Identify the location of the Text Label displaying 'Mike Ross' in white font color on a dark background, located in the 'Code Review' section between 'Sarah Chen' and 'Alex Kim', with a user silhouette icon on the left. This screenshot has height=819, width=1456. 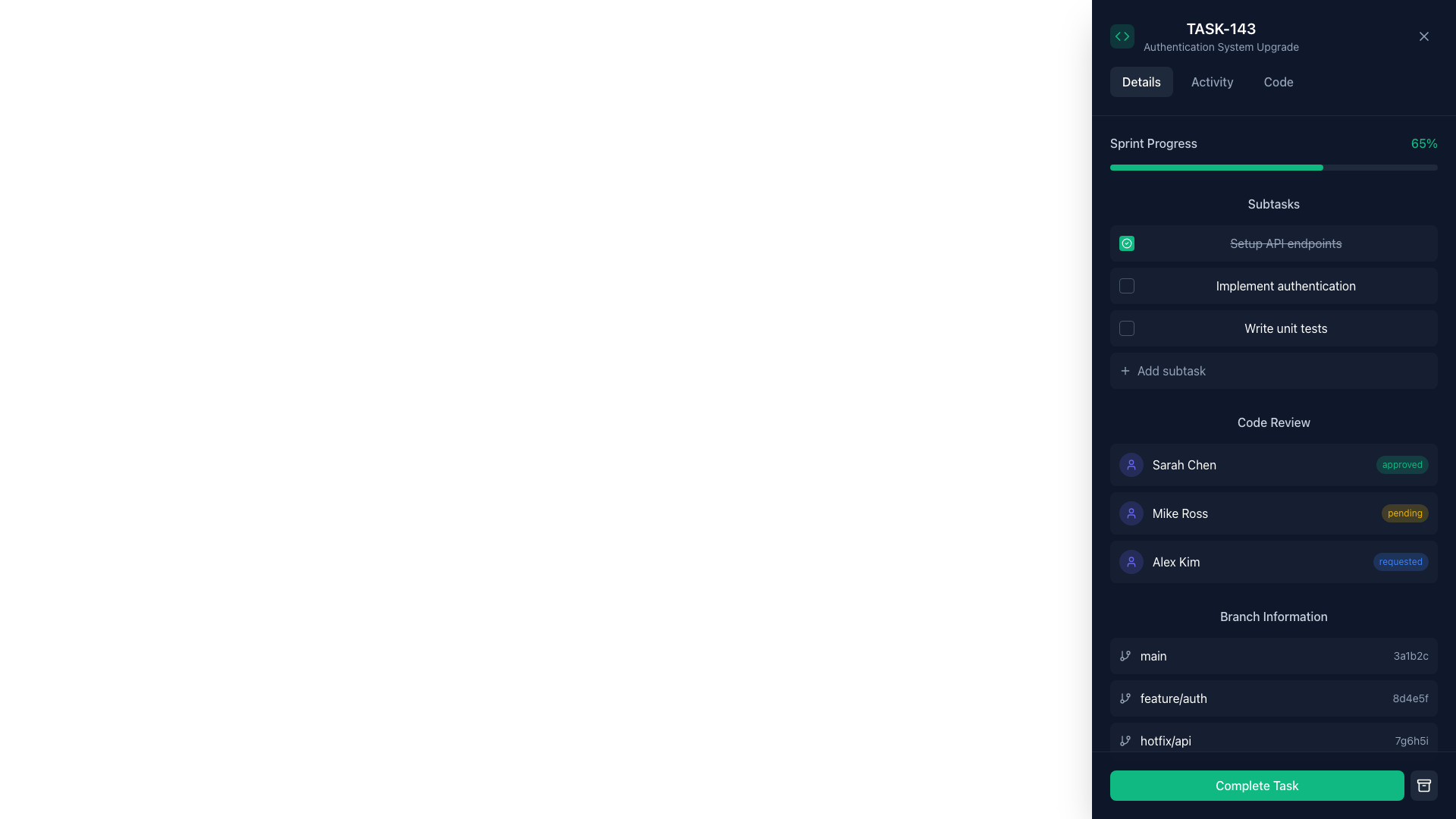
(1179, 513).